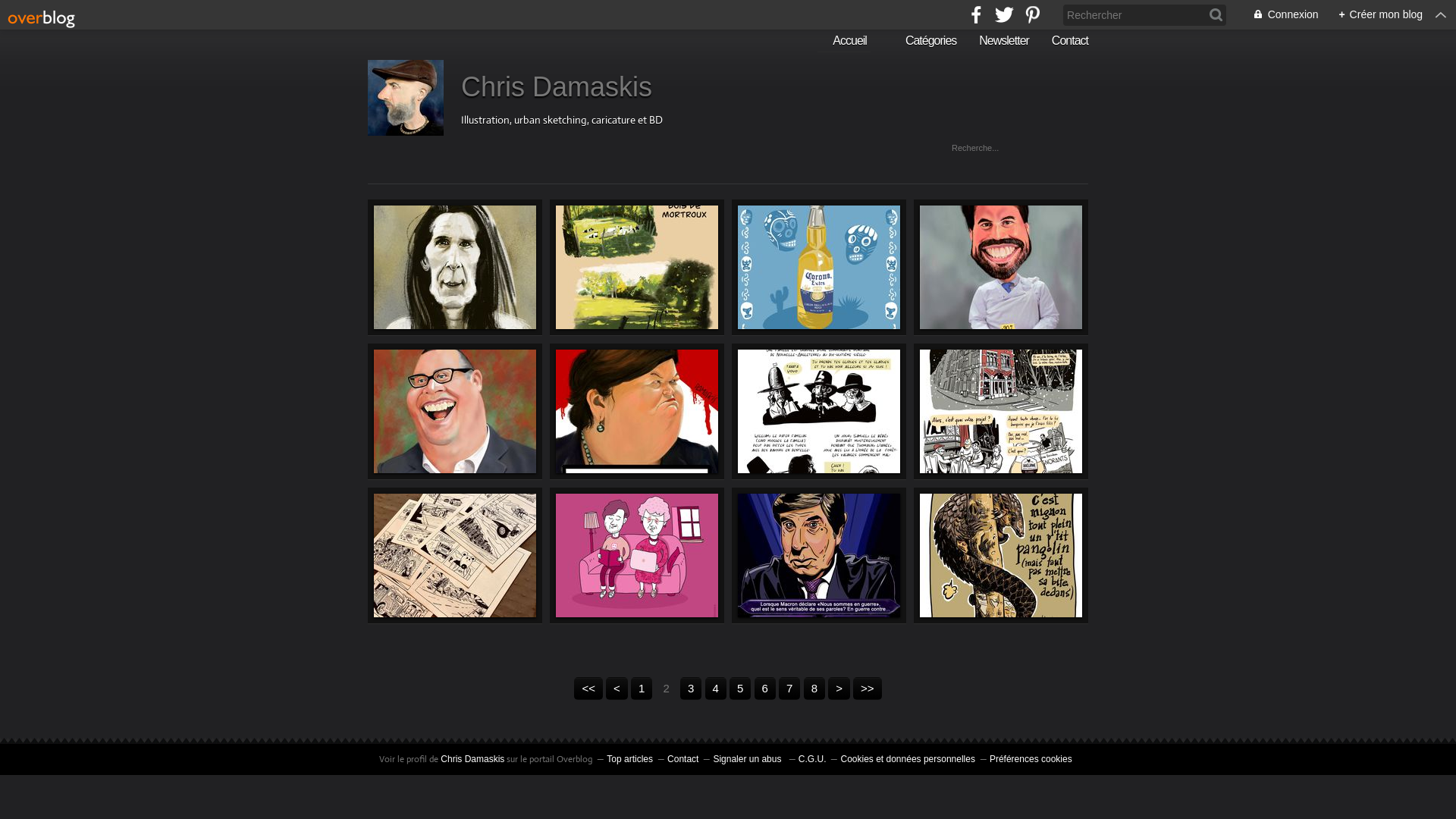 This screenshot has height=819, width=1456. What do you see at coordinates (715, 688) in the screenshot?
I see `'4'` at bounding box center [715, 688].